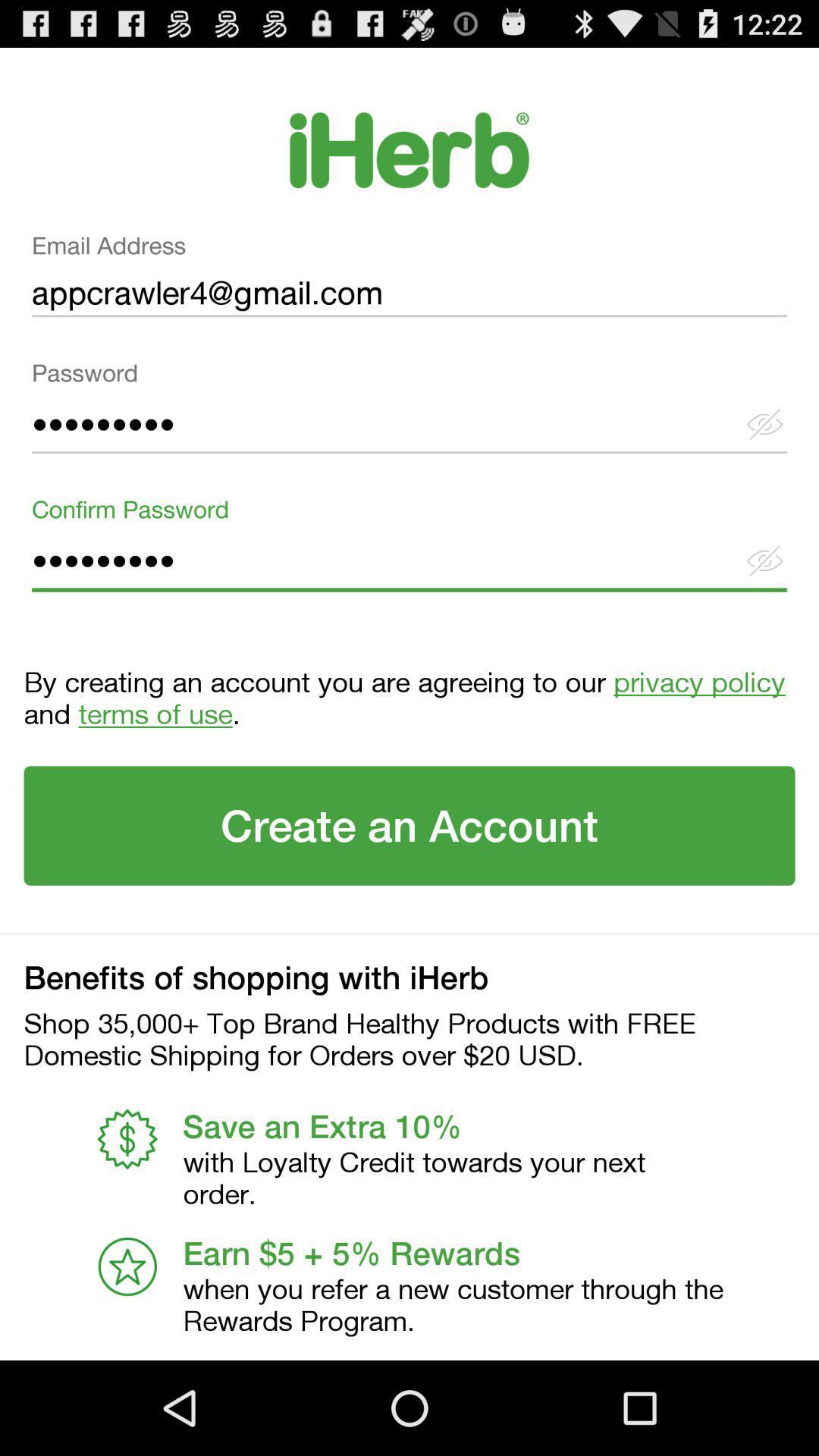 The image size is (819, 1456). Describe the element at coordinates (409, 548) in the screenshot. I see `the text field confirm password on the web page` at that location.